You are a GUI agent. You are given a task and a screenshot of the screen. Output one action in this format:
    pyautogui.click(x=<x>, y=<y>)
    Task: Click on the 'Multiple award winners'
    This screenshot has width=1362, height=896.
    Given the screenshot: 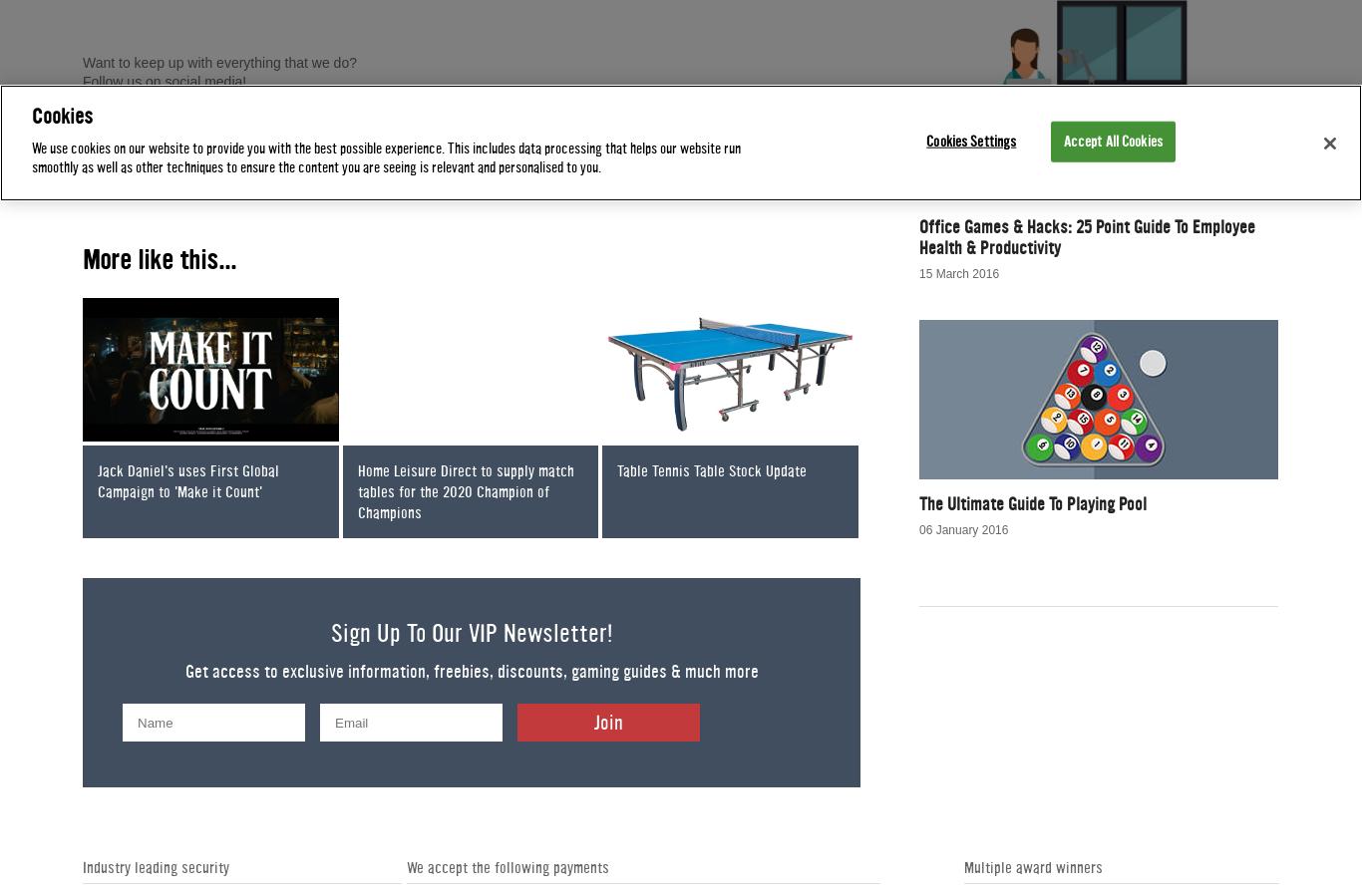 What is the action you would take?
    pyautogui.click(x=963, y=867)
    